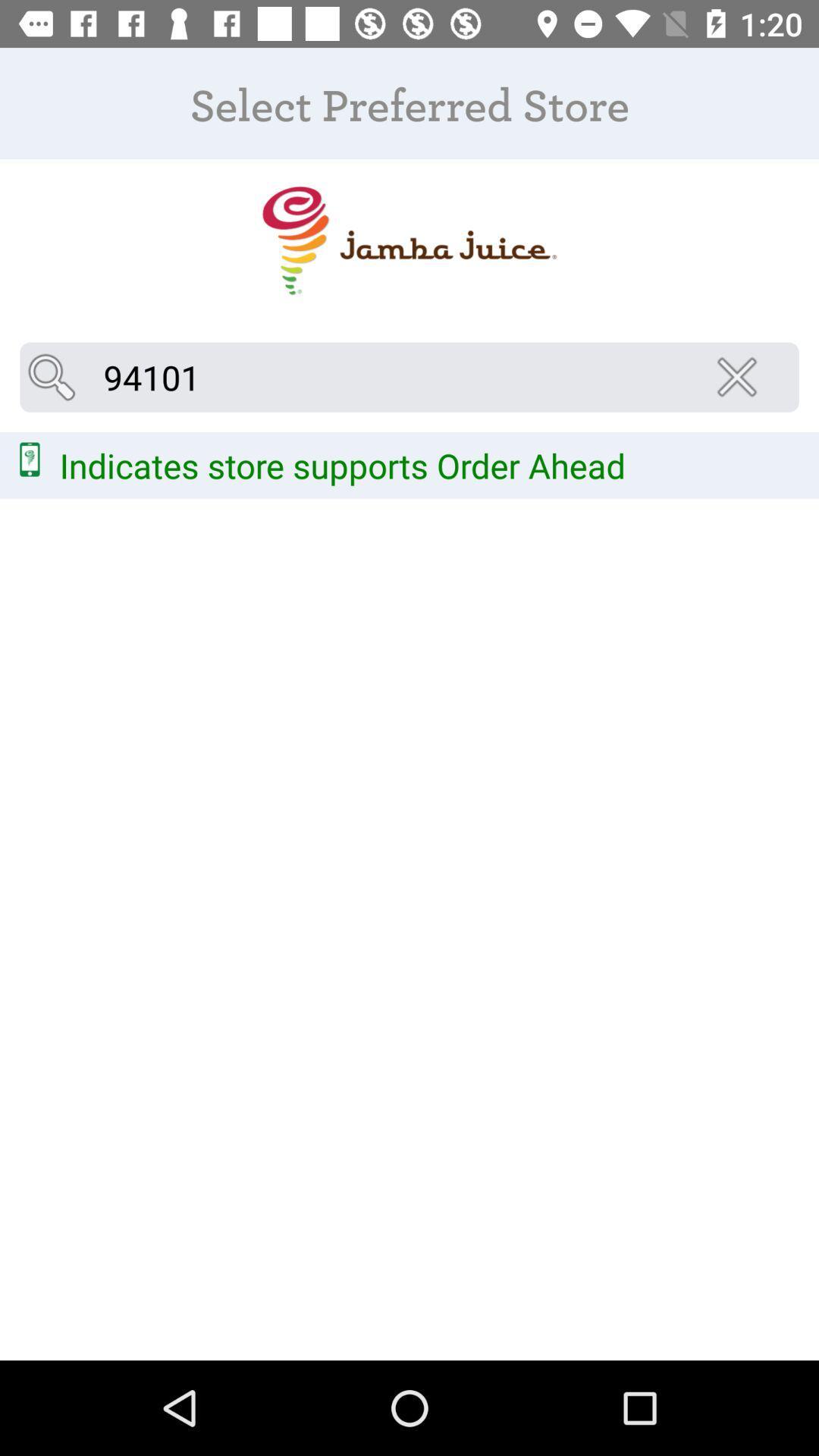 This screenshot has height=1456, width=819. Describe the element at coordinates (409, 377) in the screenshot. I see `the 94101 icon` at that location.